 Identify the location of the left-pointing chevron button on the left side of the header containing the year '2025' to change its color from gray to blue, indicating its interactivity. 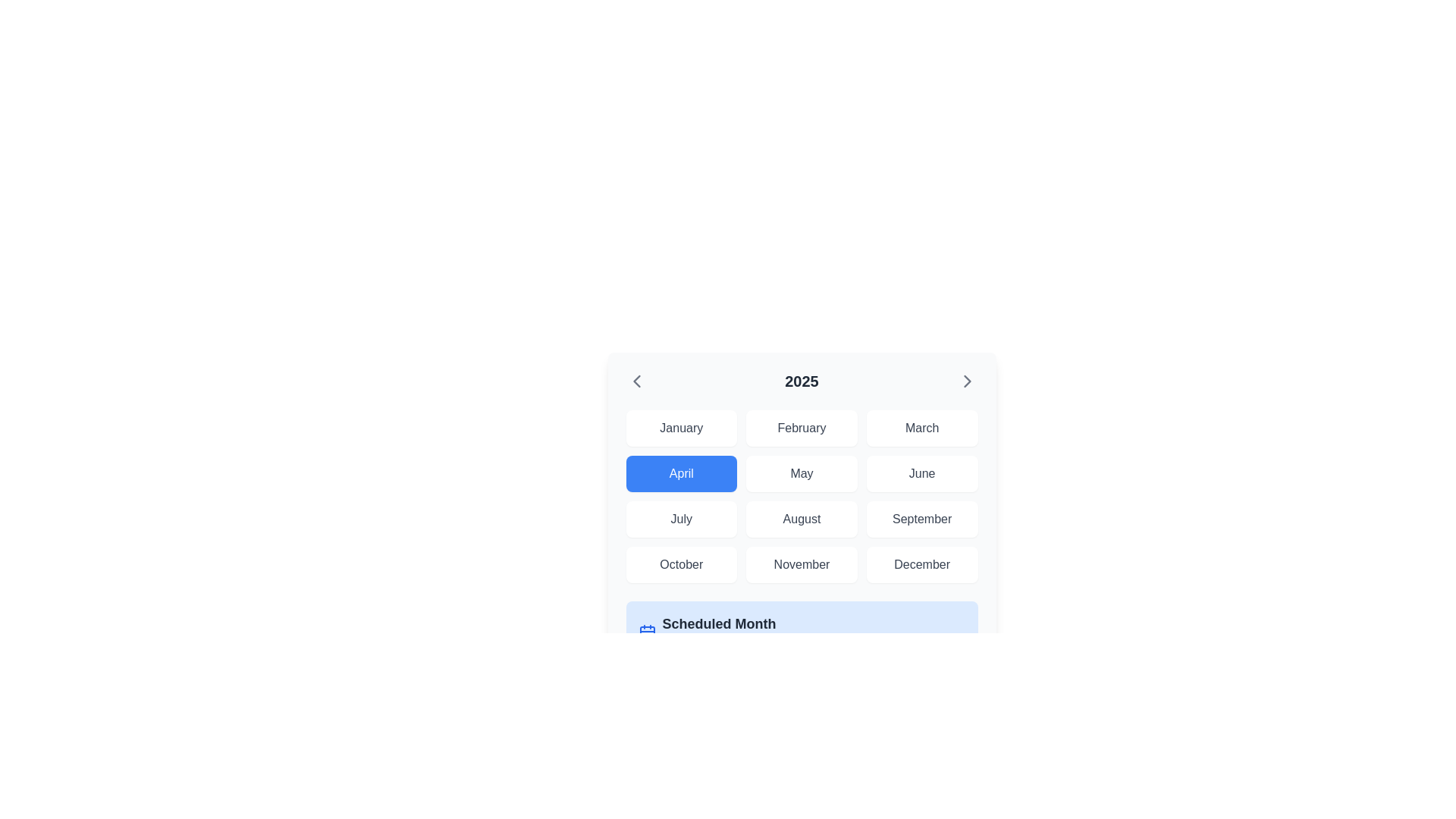
(636, 380).